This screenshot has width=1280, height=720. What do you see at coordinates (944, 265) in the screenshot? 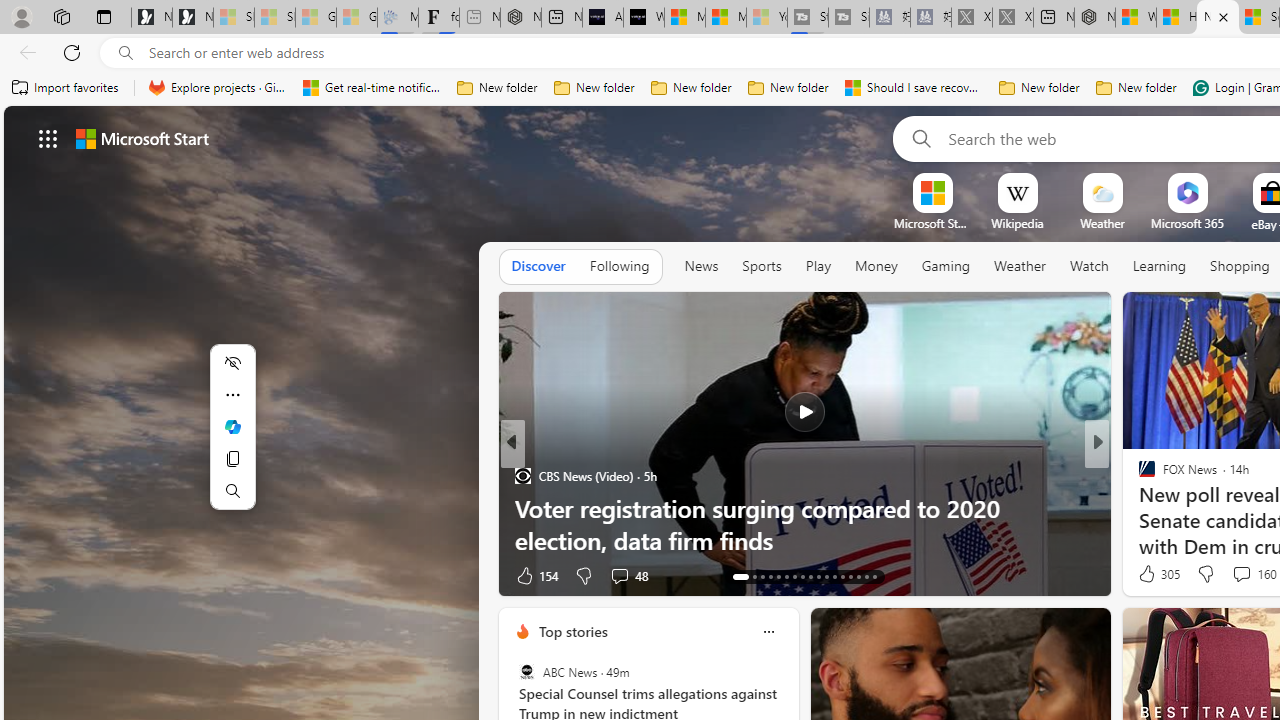
I see `'Gaming'` at bounding box center [944, 265].